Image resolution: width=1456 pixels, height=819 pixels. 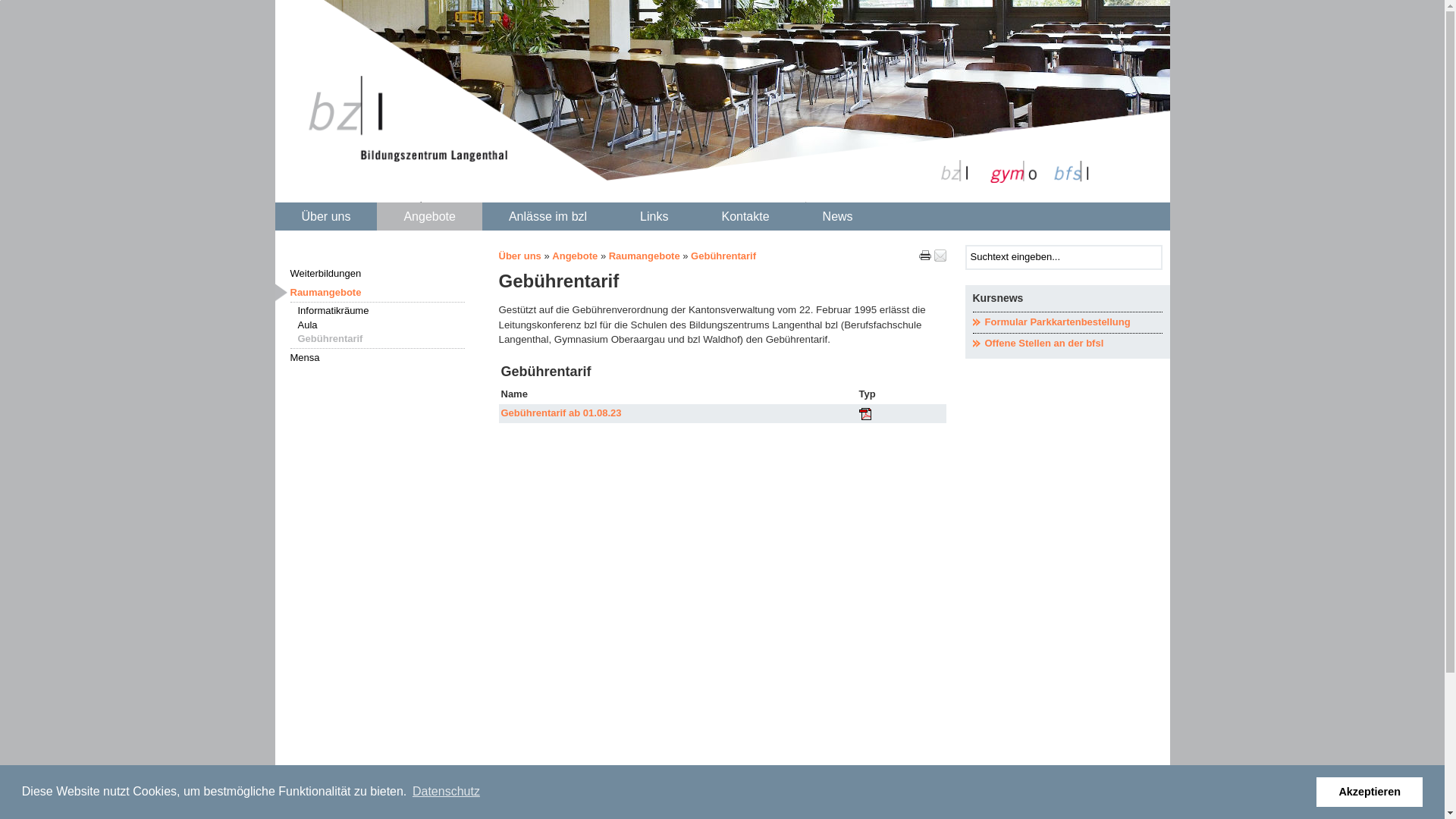 I want to click on 'Links', so click(x=654, y=217).